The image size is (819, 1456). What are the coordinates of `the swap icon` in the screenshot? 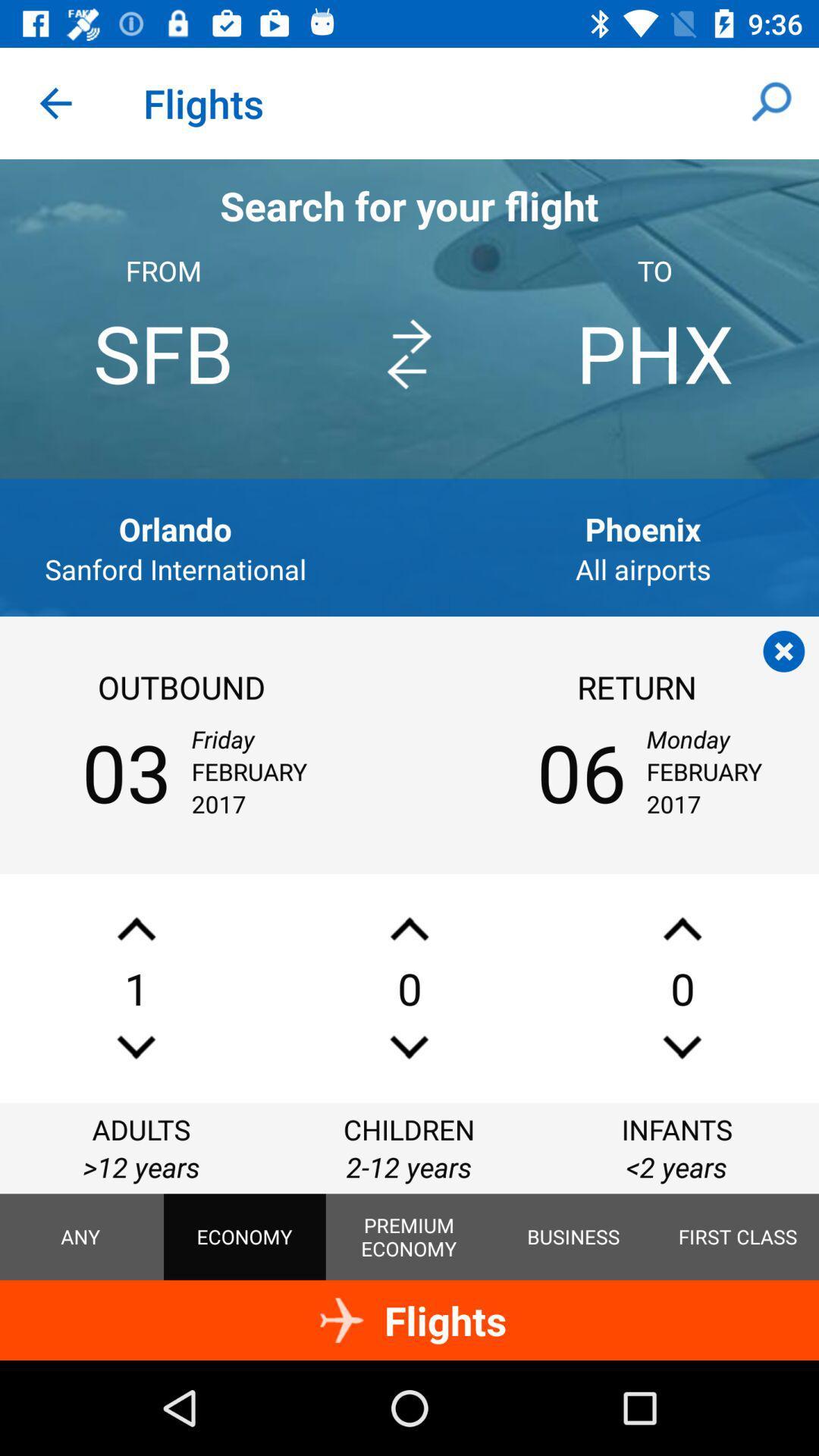 It's located at (408, 353).